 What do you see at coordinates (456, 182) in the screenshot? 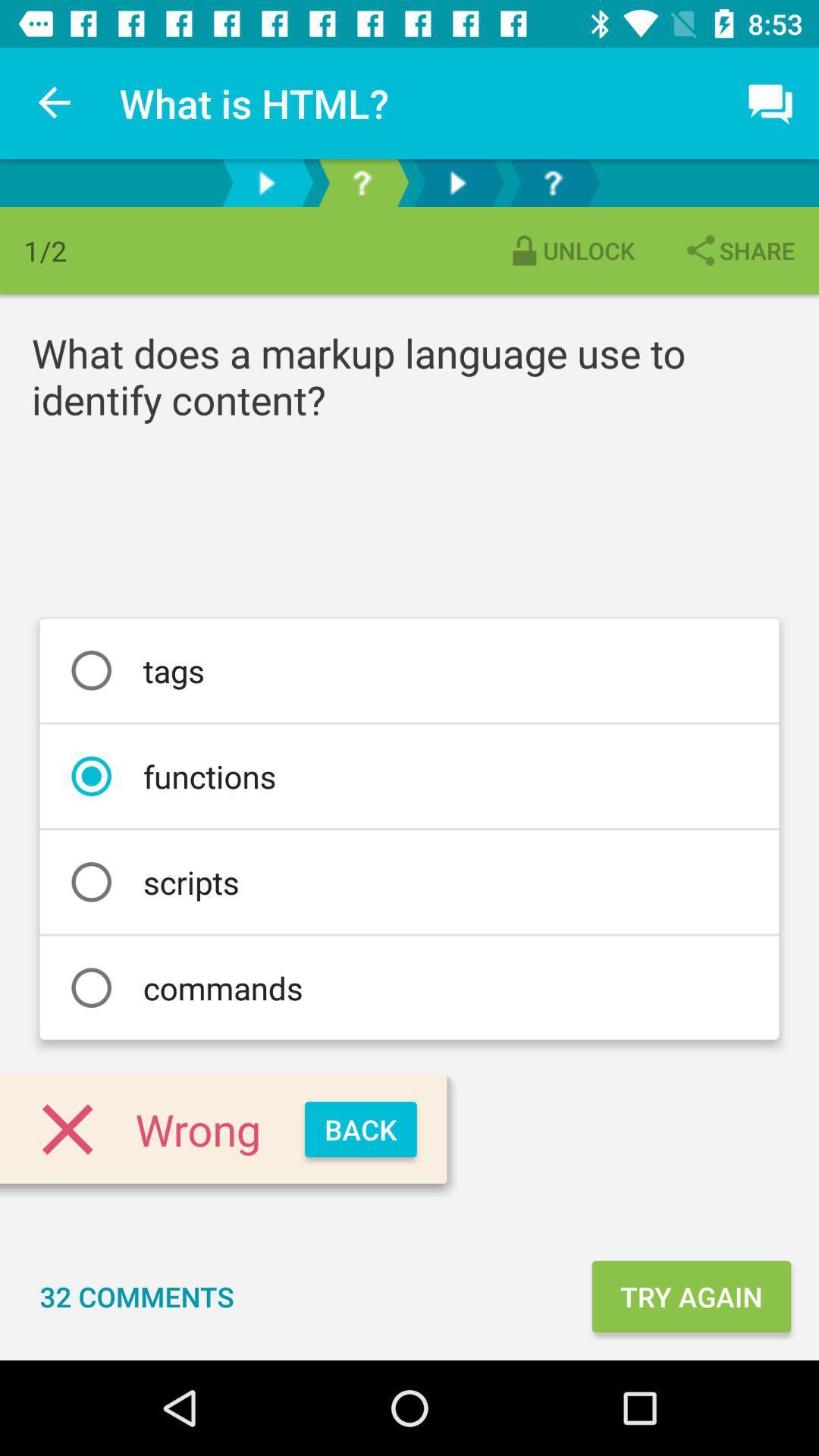
I see `the play icon` at bounding box center [456, 182].